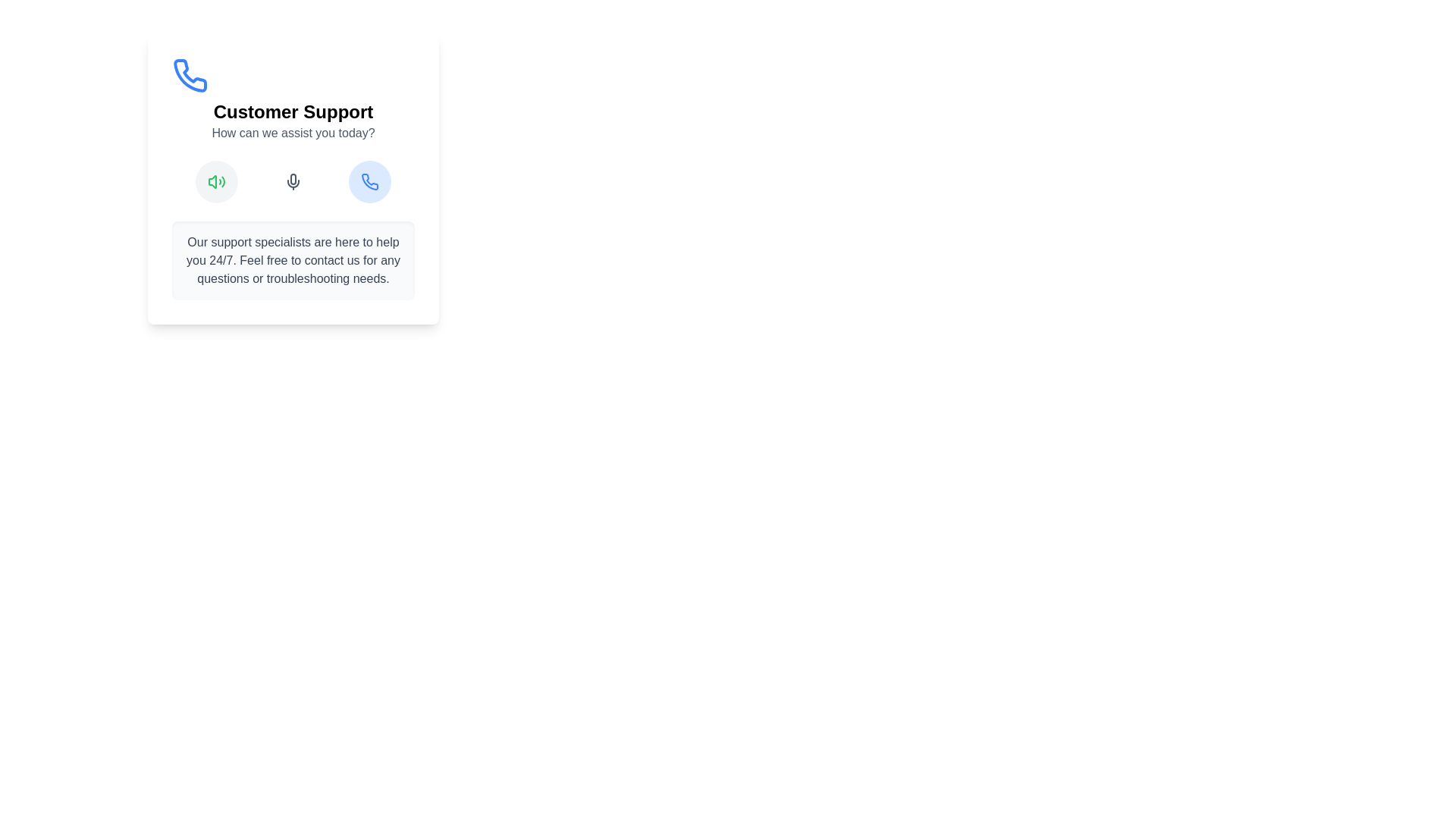 Image resolution: width=1456 pixels, height=819 pixels. What do you see at coordinates (370, 180) in the screenshot?
I see `the circular button with a blue background featuring a phone icon` at bounding box center [370, 180].